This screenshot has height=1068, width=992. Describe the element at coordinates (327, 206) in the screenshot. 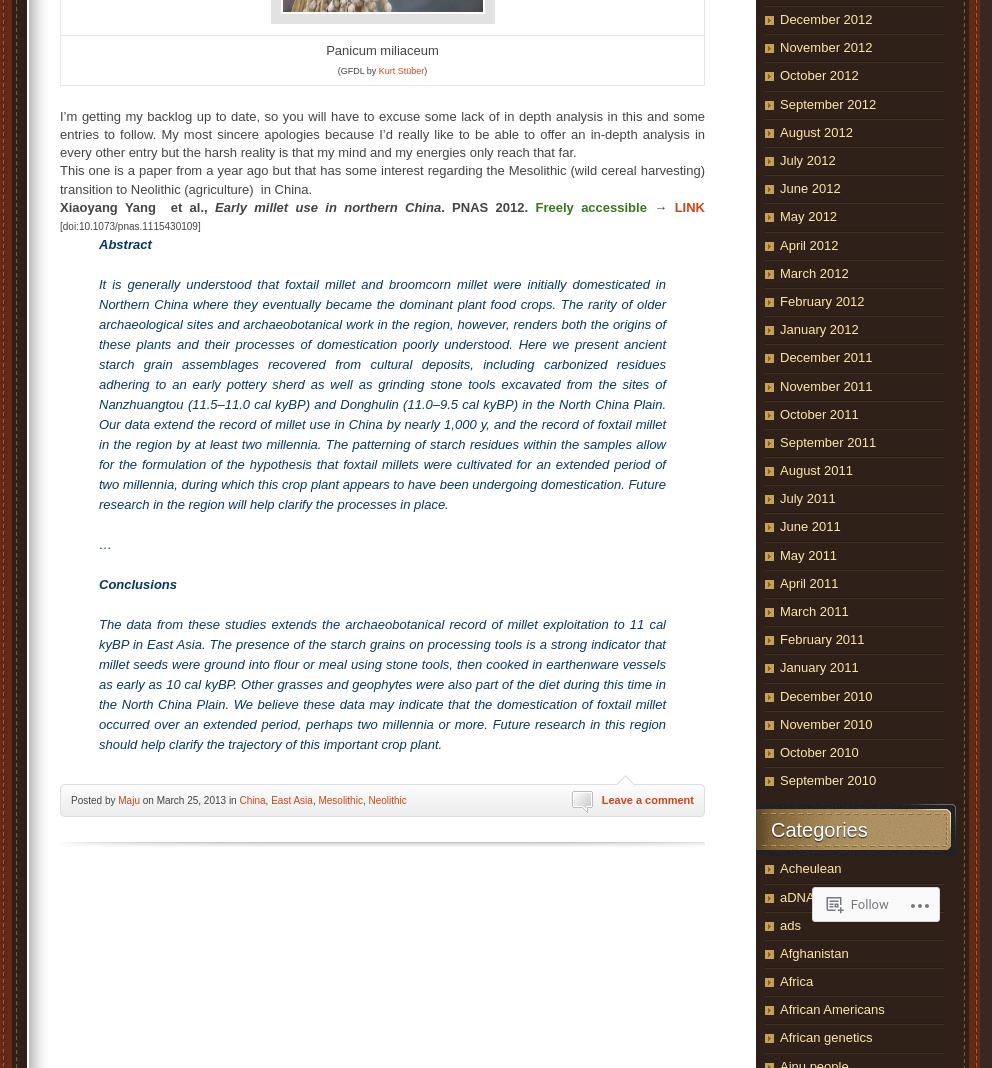

I see `'Early millet use in northern China'` at that location.